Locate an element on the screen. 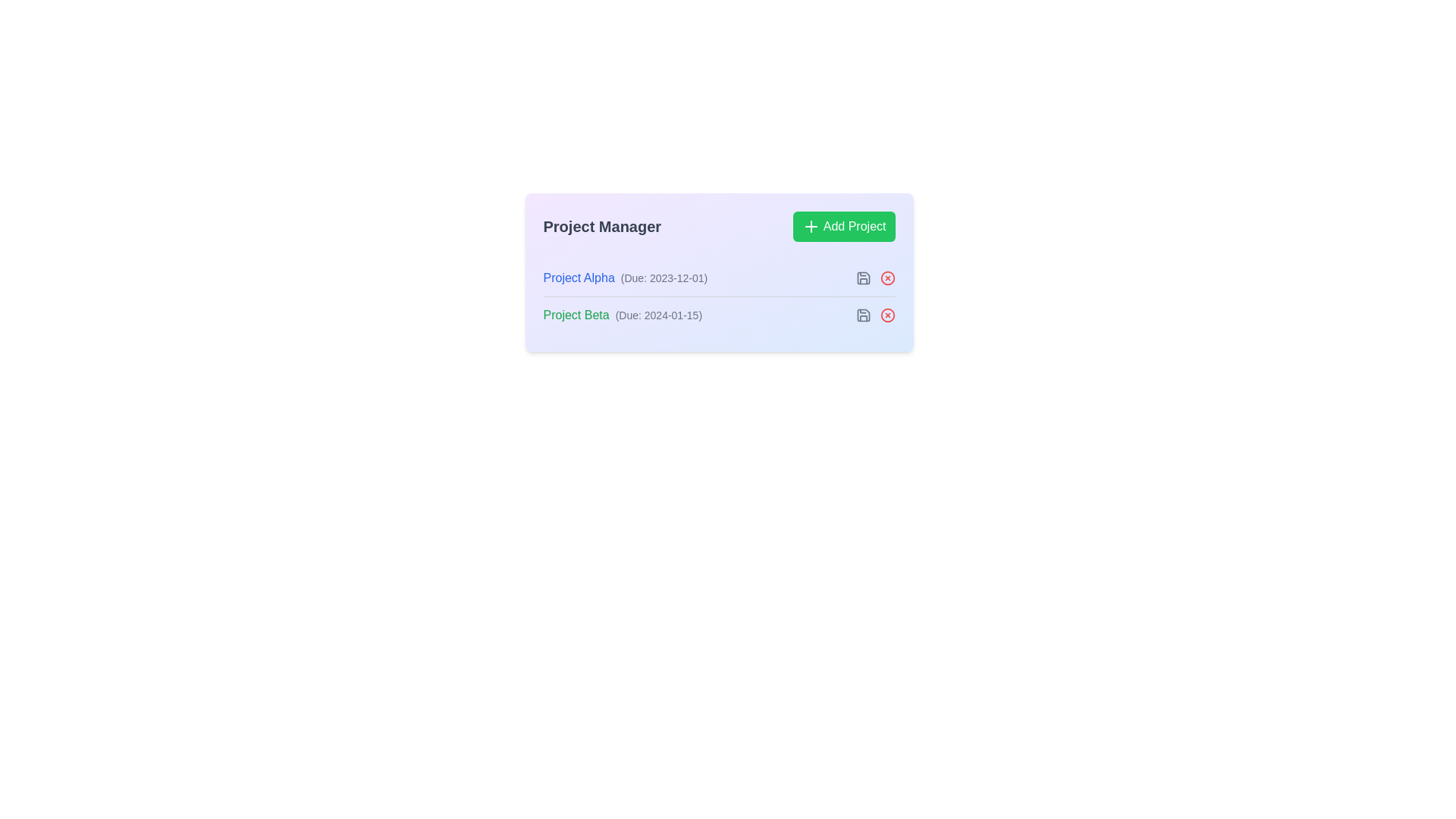 This screenshot has width=1456, height=819. the save icon located in the bottom right corner of the 'Project Beta (Due: 2024-01-15)' row is located at coordinates (875, 315).